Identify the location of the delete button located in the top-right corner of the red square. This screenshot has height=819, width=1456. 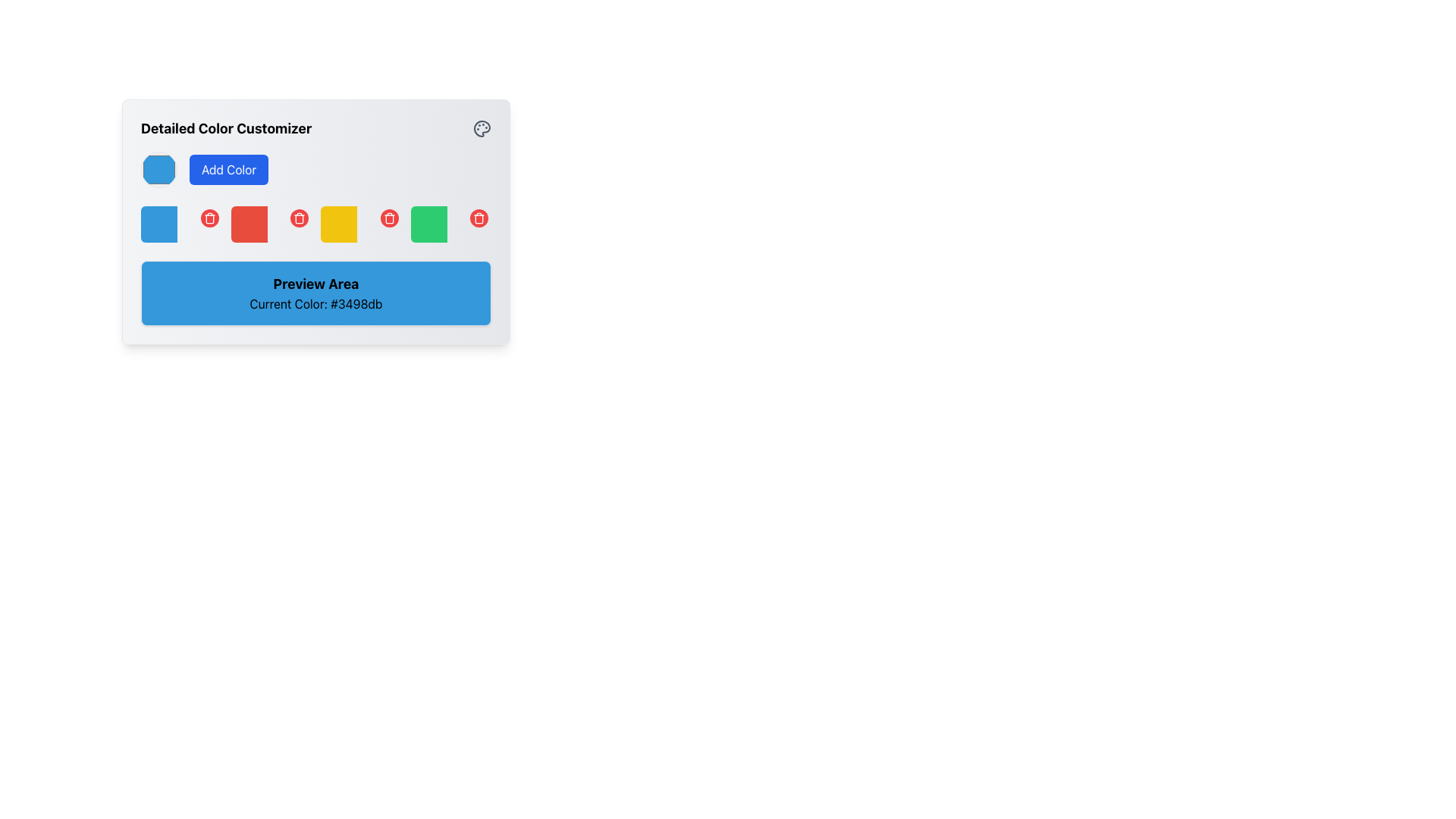
(209, 218).